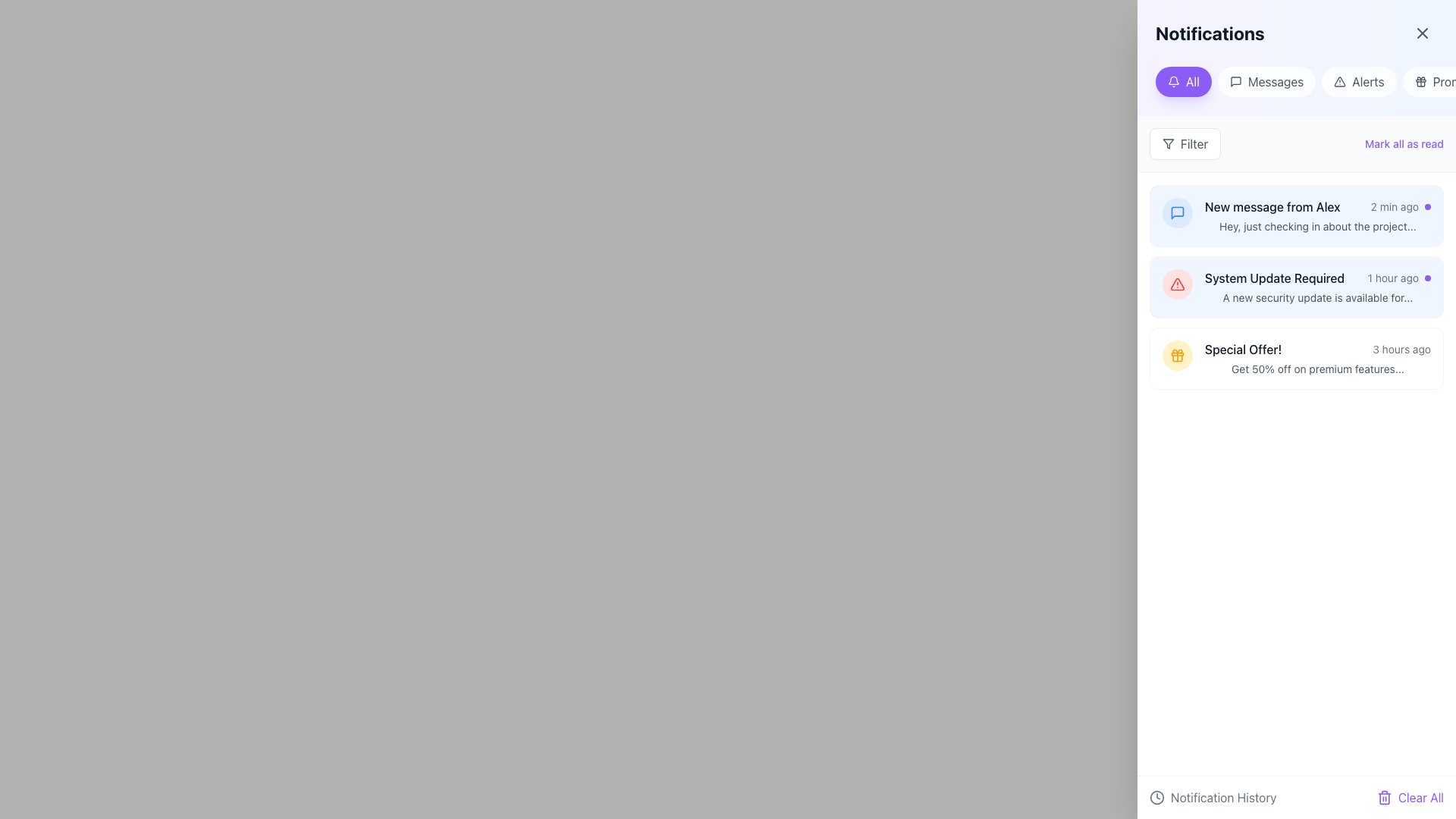  What do you see at coordinates (1357, 359) in the screenshot?
I see `the icon related to the notification that mentions 'Special Offer!'` at bounding box center [1357, 359].